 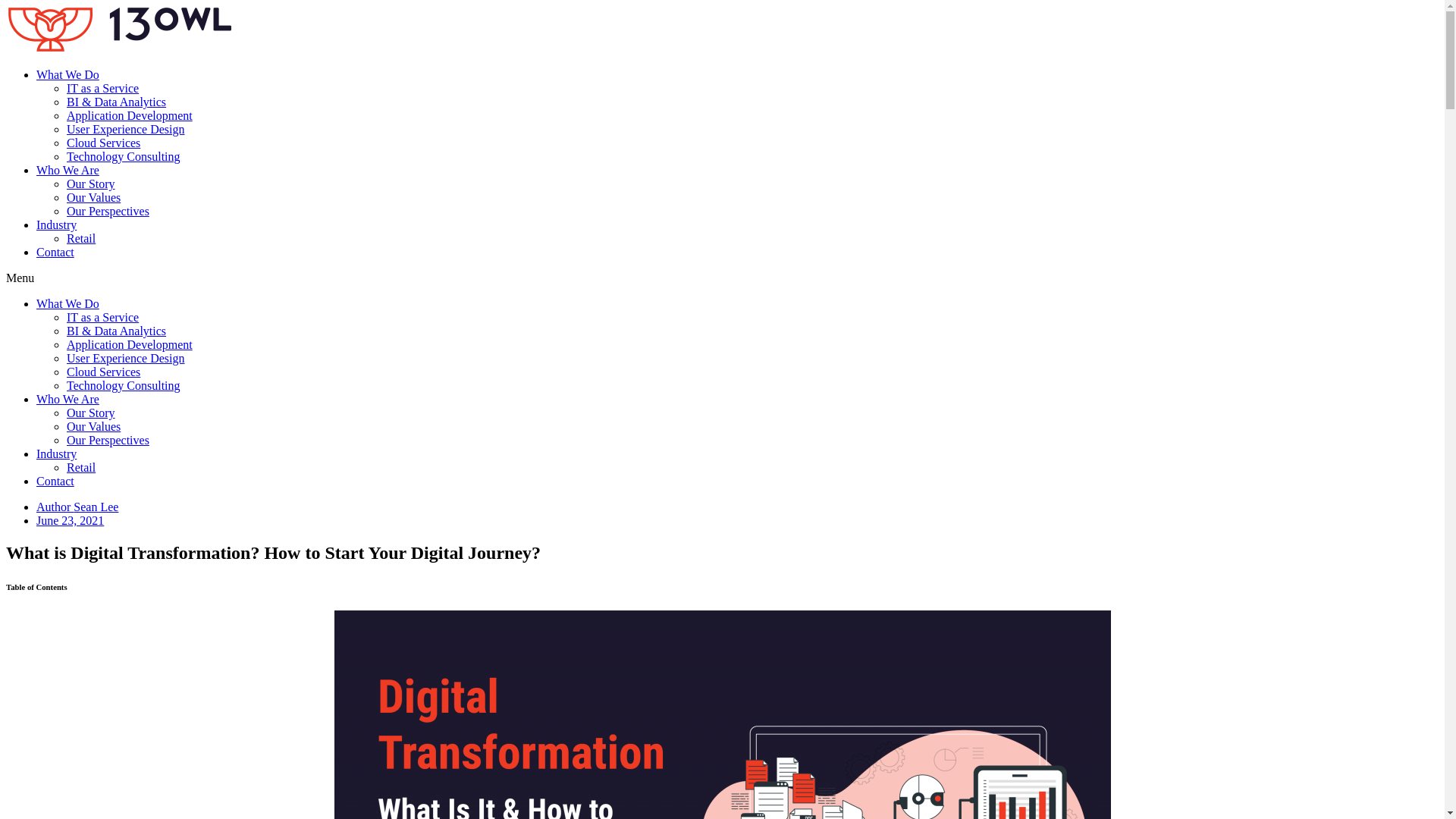 I want to click on 'What We Do', so click(x=67, y=303).